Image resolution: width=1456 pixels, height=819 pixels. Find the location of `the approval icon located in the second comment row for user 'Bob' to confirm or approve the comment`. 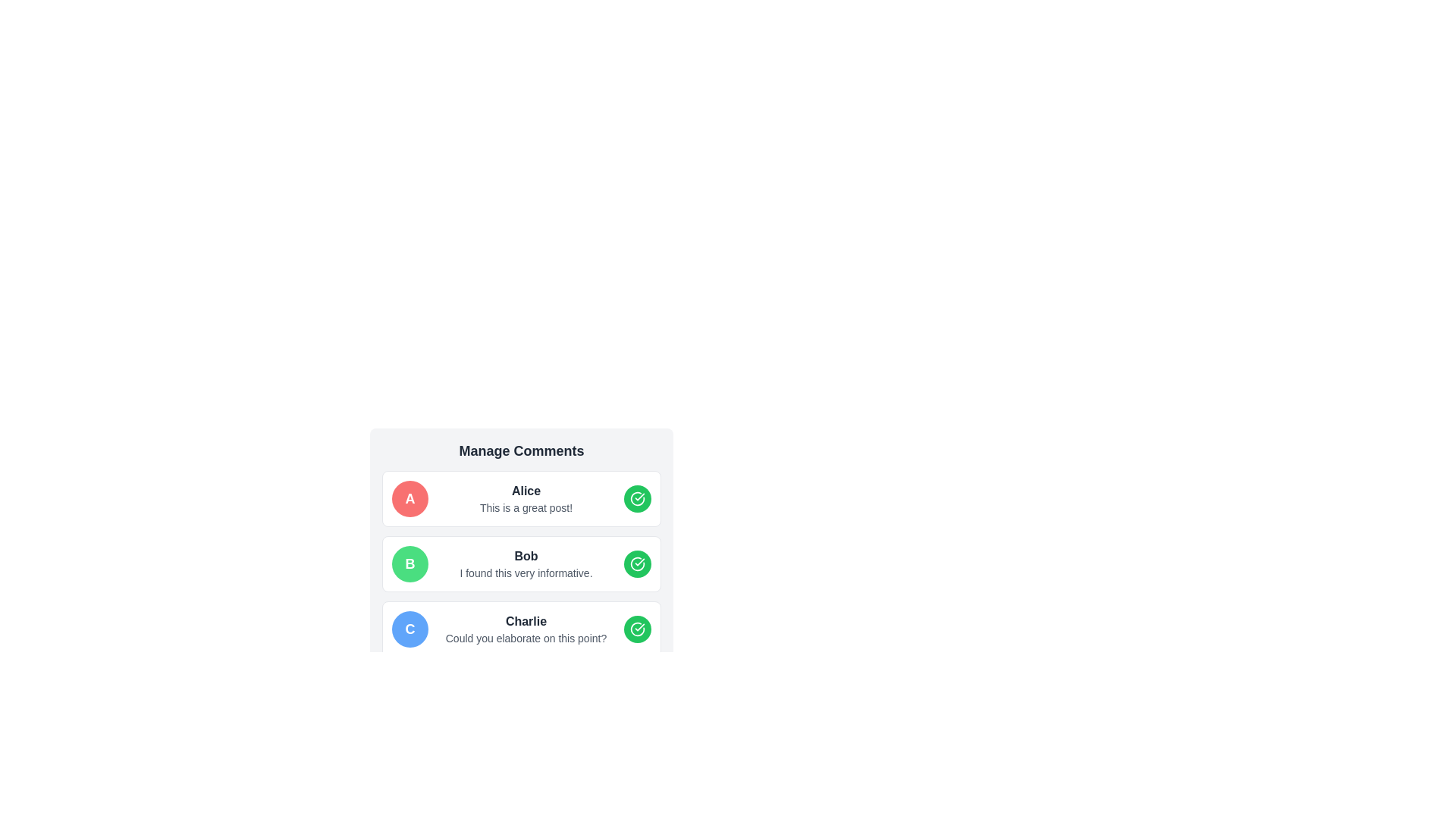

the approval icon located in the second comment row for user 'Bob' to confirm or approve the comment is located at coordinates (637, 564).